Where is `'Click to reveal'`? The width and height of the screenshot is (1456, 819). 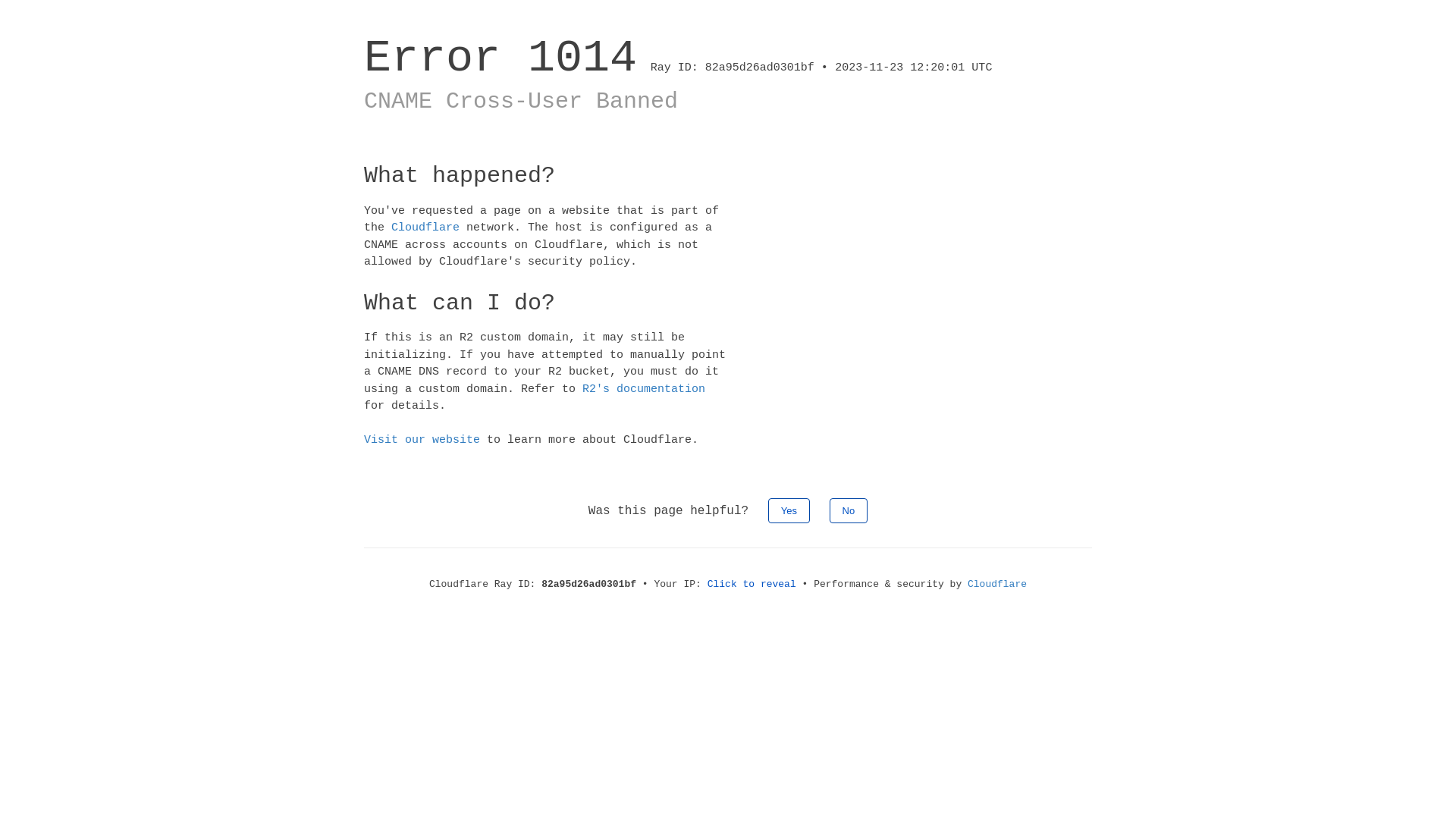
'Click to reveal' is located at coordinates (752, 582).